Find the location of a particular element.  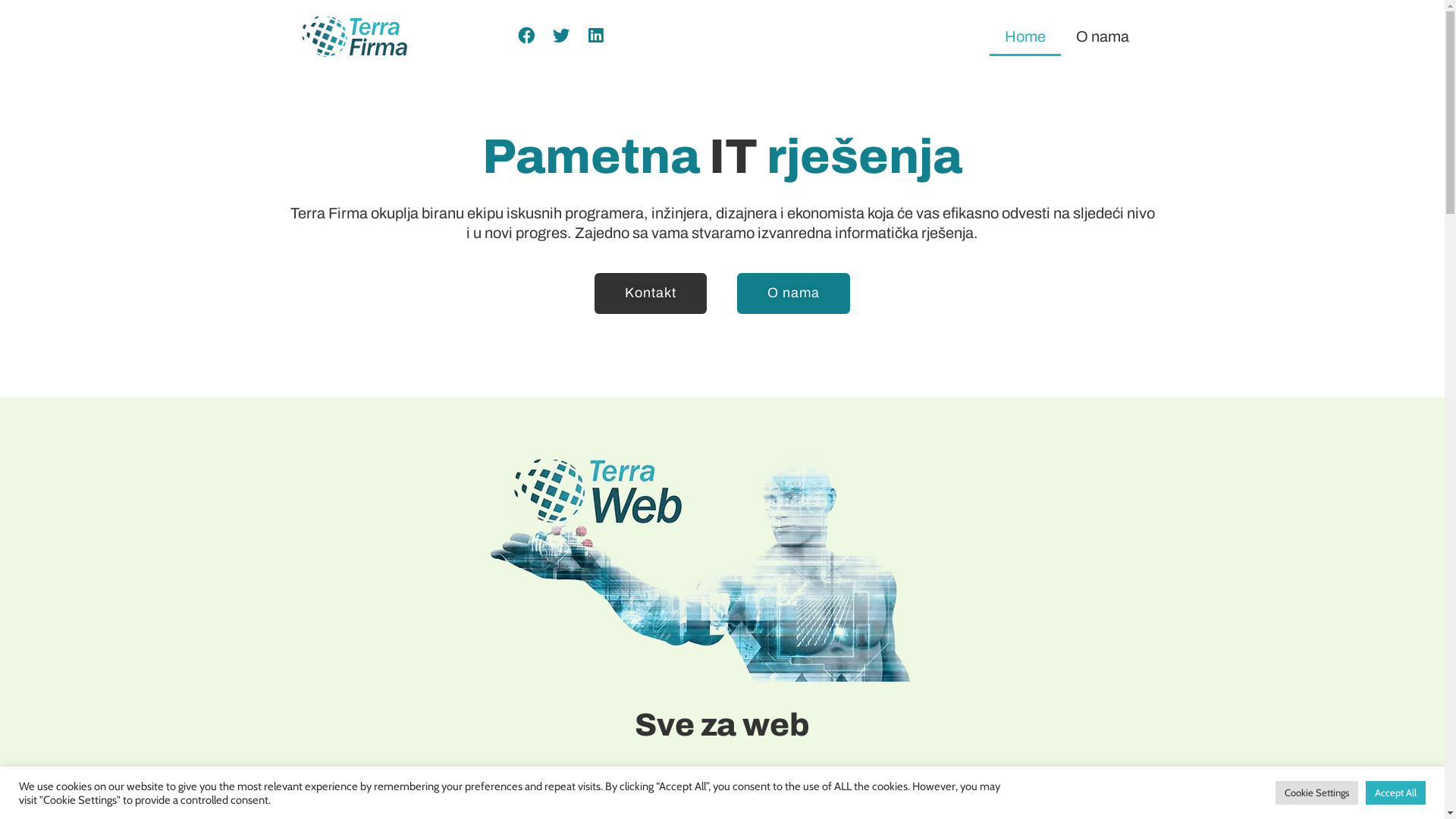

'Cookie Settings' is located at coordinates (1316, 792).